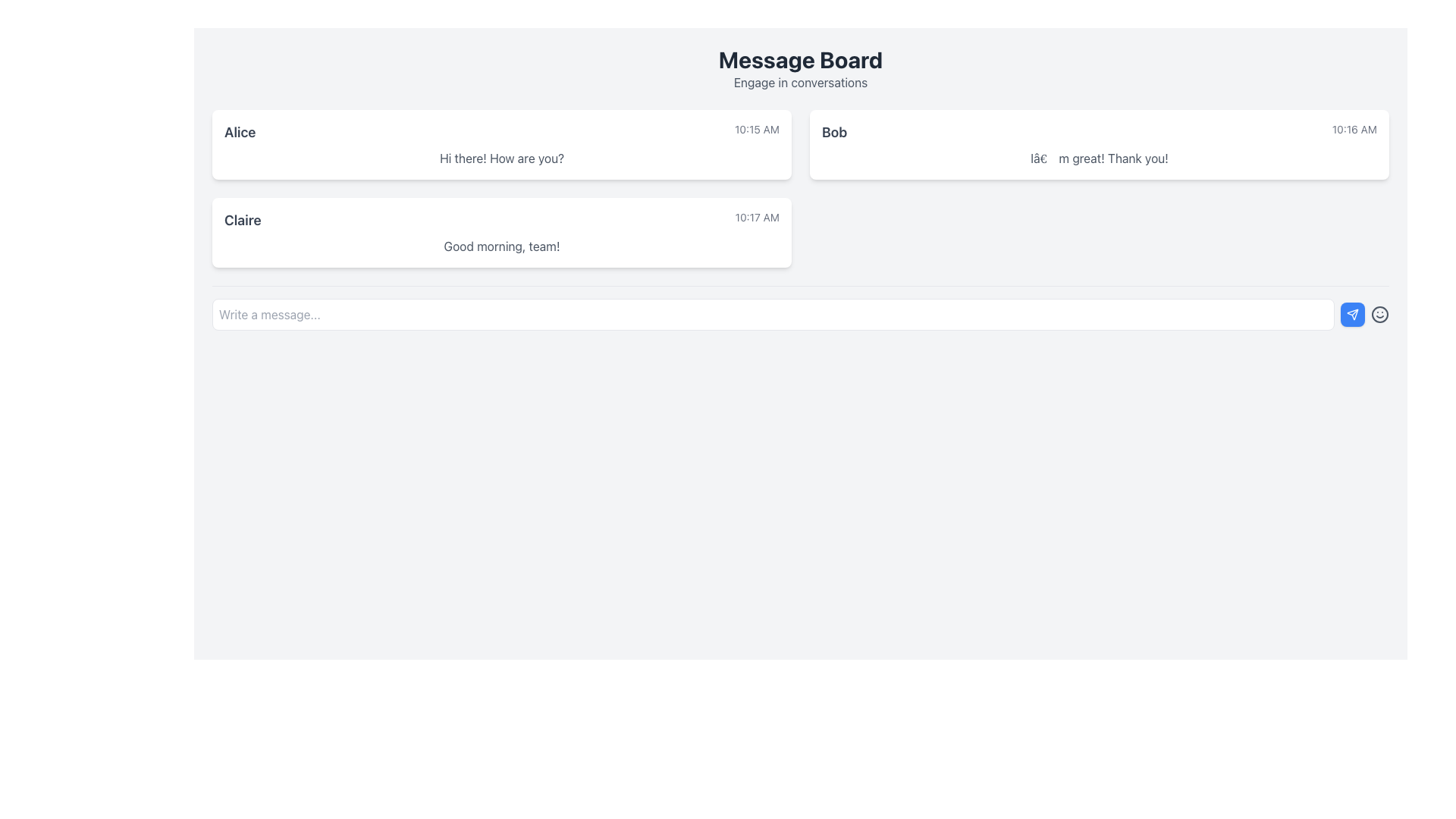 The height and width of the screenshot is (819, 1456). What do you see at coordinates (1353, 314) in the screenshot?
I see `the blue triangular icon button located on the right edge of the input section to send a message` at bounding box center [1353, 314].